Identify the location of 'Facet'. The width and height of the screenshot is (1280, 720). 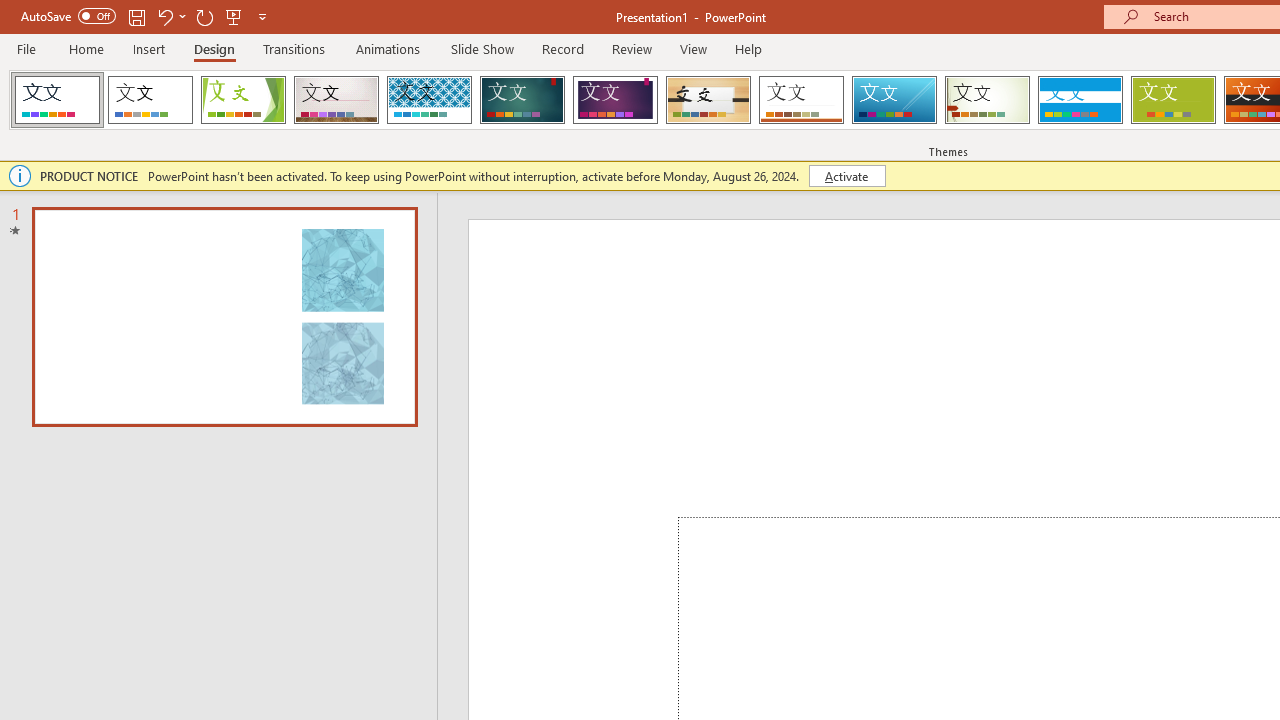
(242, 100).